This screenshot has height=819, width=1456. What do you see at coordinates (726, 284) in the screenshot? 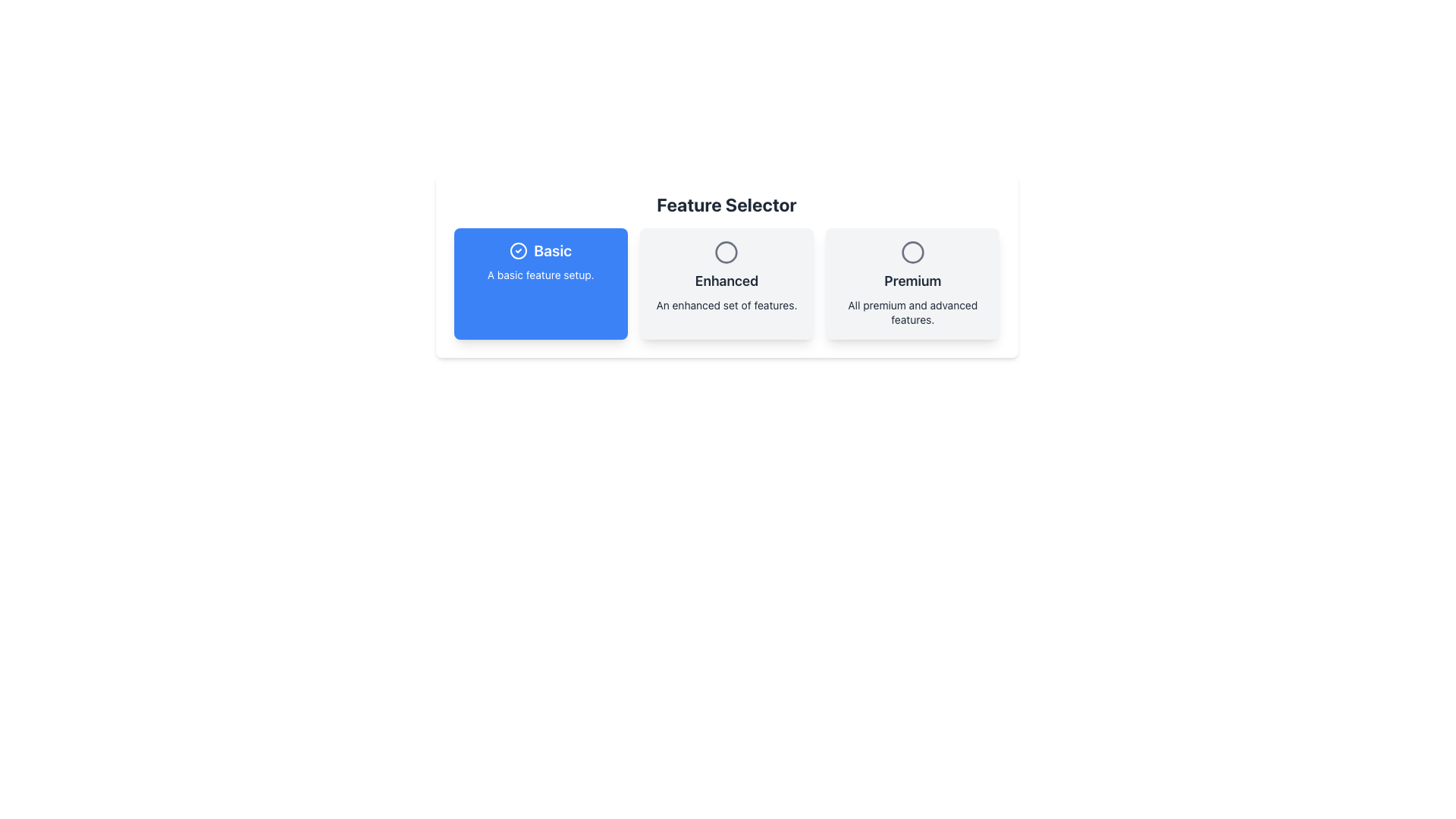
I see `the 'Enhanced' card which is the second card in a row of three, featuring a light gray background, a circle icon, bold title 'Enhanced', and description 'An enhanced set of features'` at bounding box center [726, 284].